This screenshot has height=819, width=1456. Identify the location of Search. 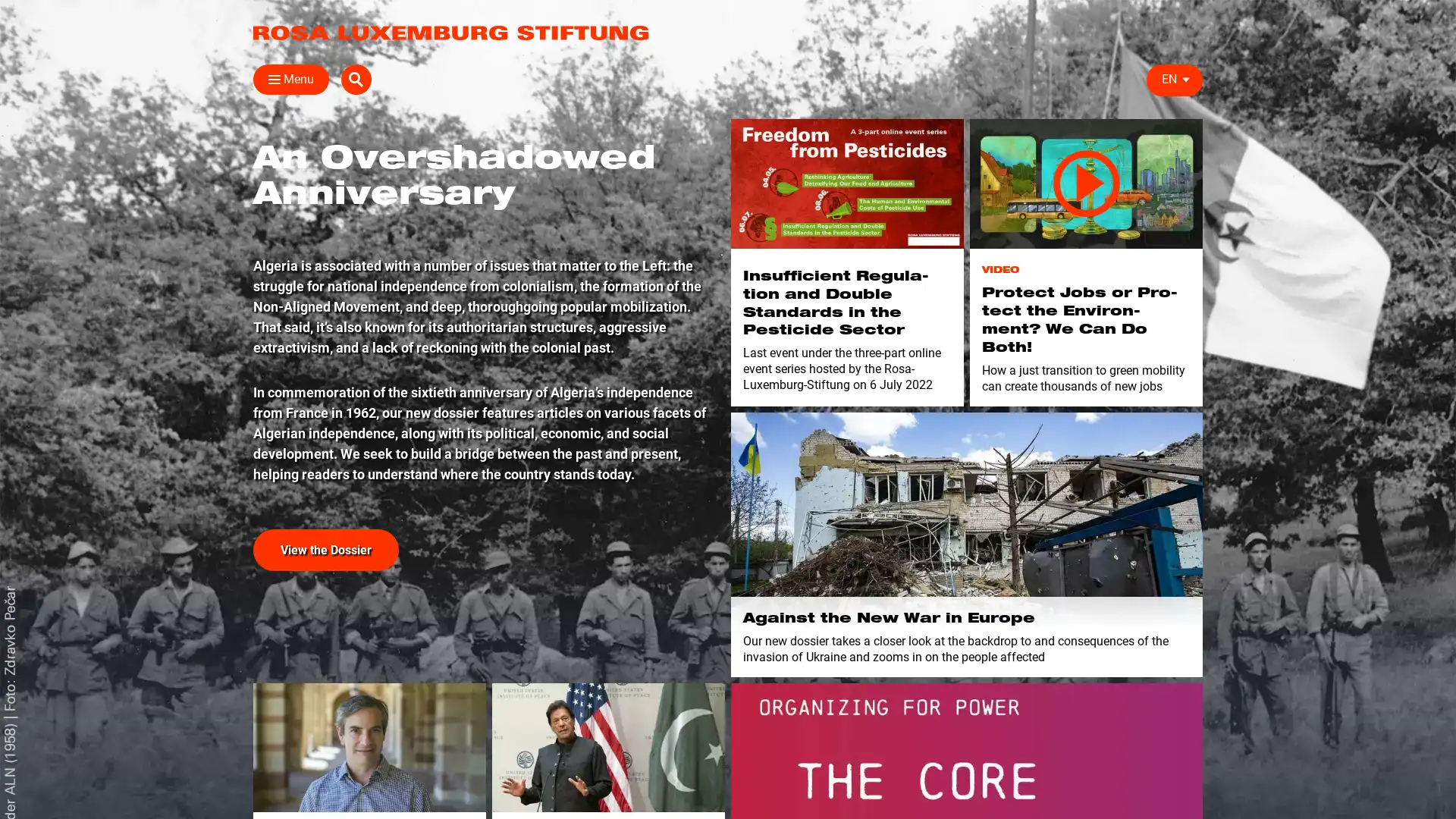
(1186, 79).